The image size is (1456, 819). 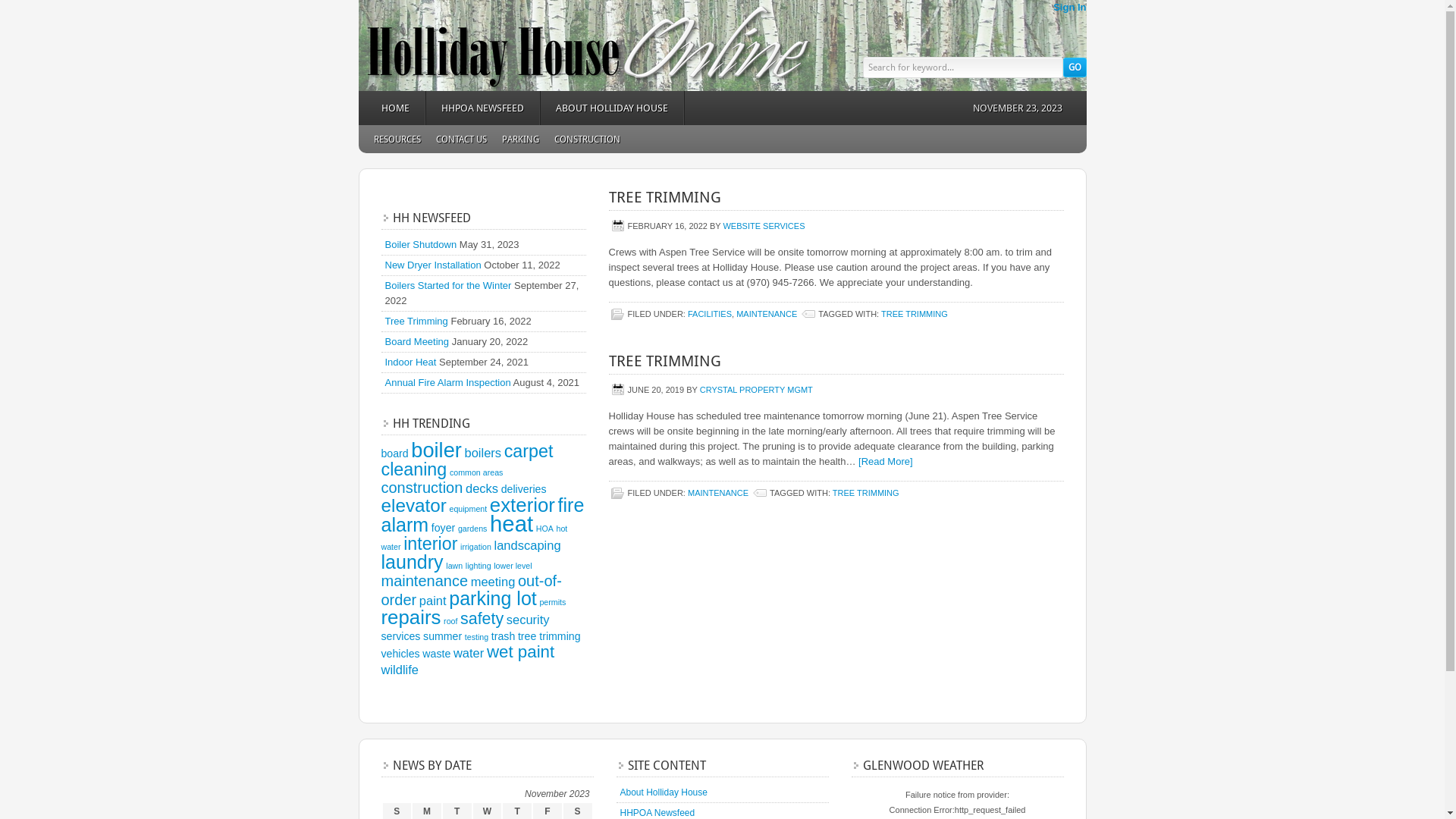 What do you see at coordinates (394, 452) in the screenshot?
I see `'board'` at bounding box center [394, 452].